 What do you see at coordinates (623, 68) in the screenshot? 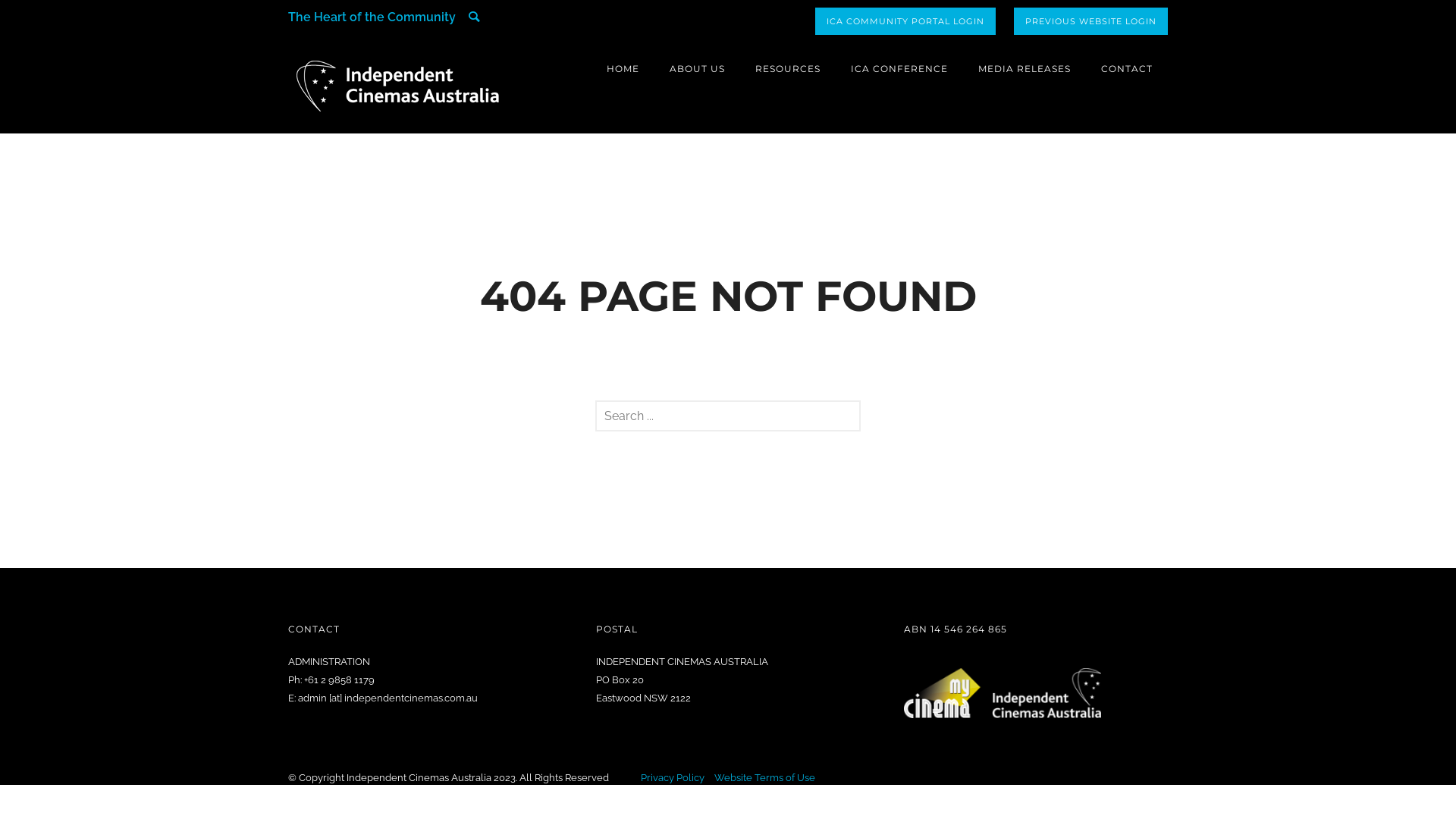
I see `'HOME'` at bounding box center [623, 68].